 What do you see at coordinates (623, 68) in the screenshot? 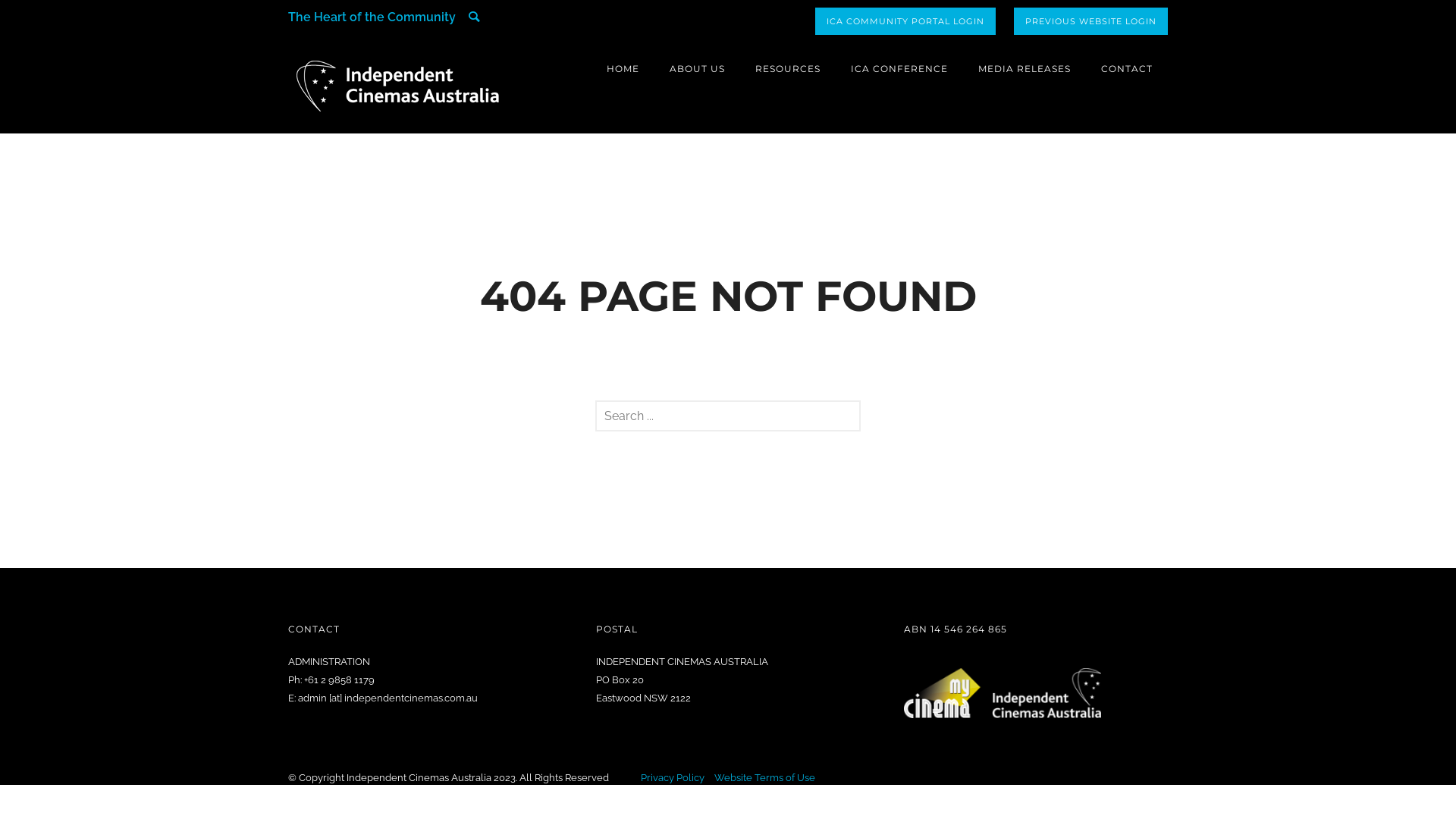
I see `'HOME'` at bounding box center [623, 68].